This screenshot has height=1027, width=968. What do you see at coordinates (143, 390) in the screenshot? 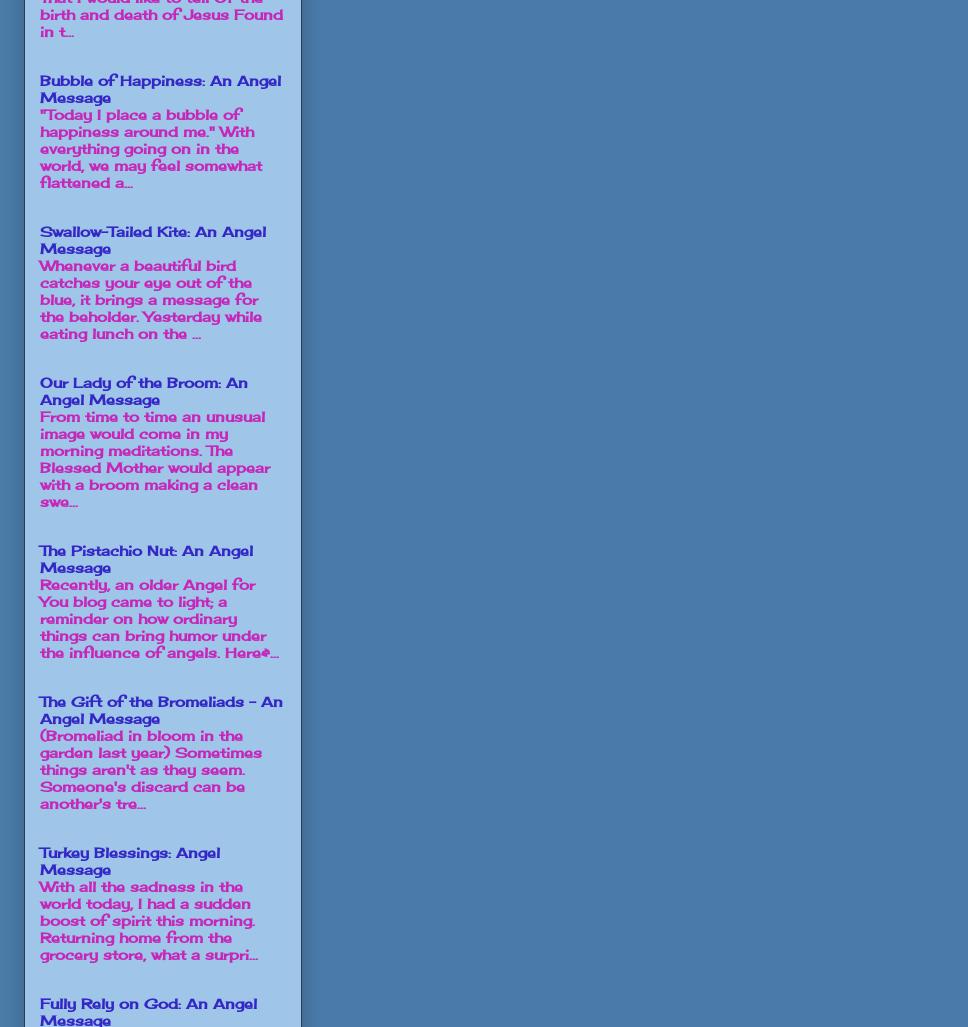
I see `'Our Lady of the Broom:  An Angel Message'` at bounding box center [143, 390].